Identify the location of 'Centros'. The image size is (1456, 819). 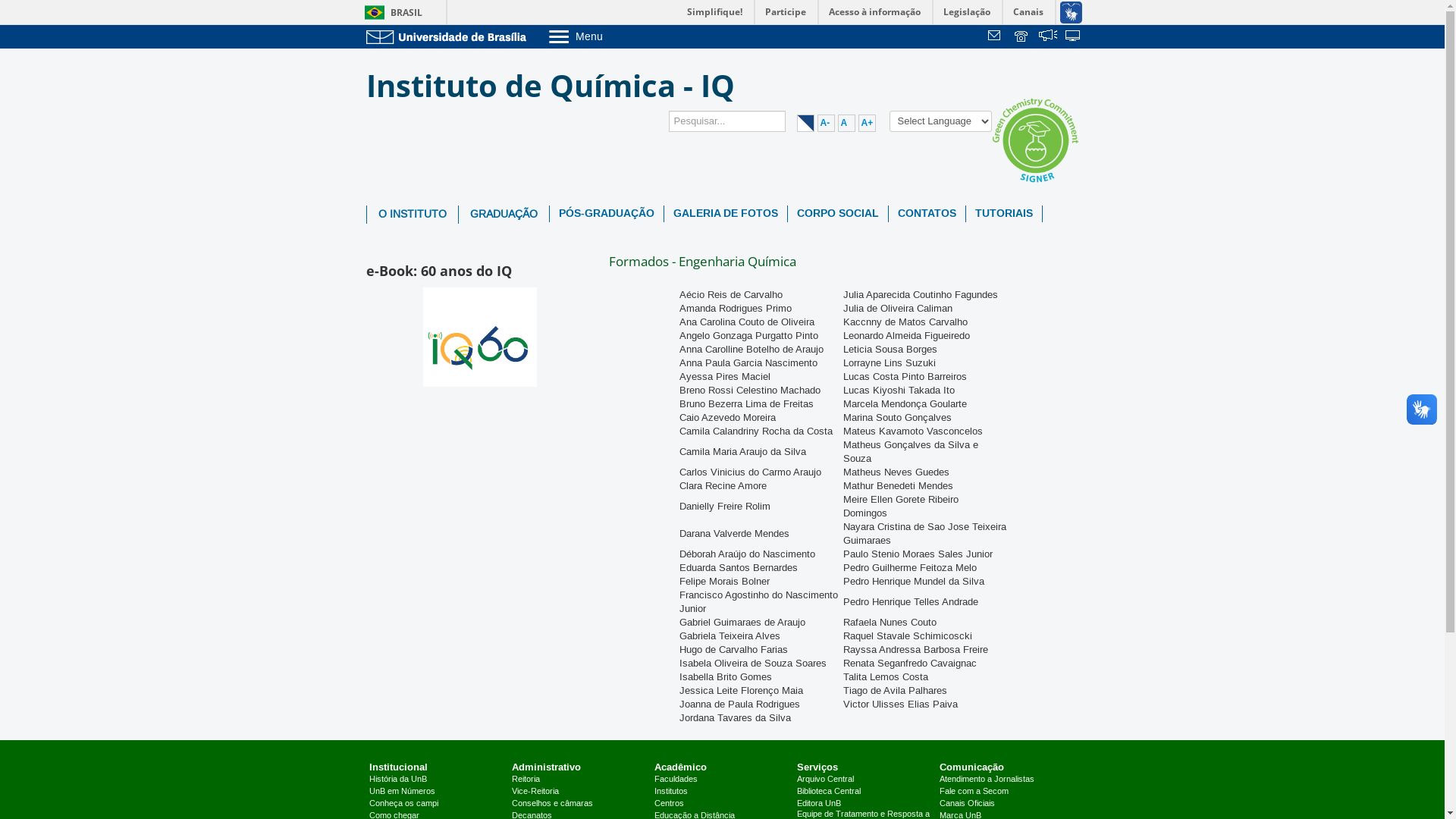
(654, 803).